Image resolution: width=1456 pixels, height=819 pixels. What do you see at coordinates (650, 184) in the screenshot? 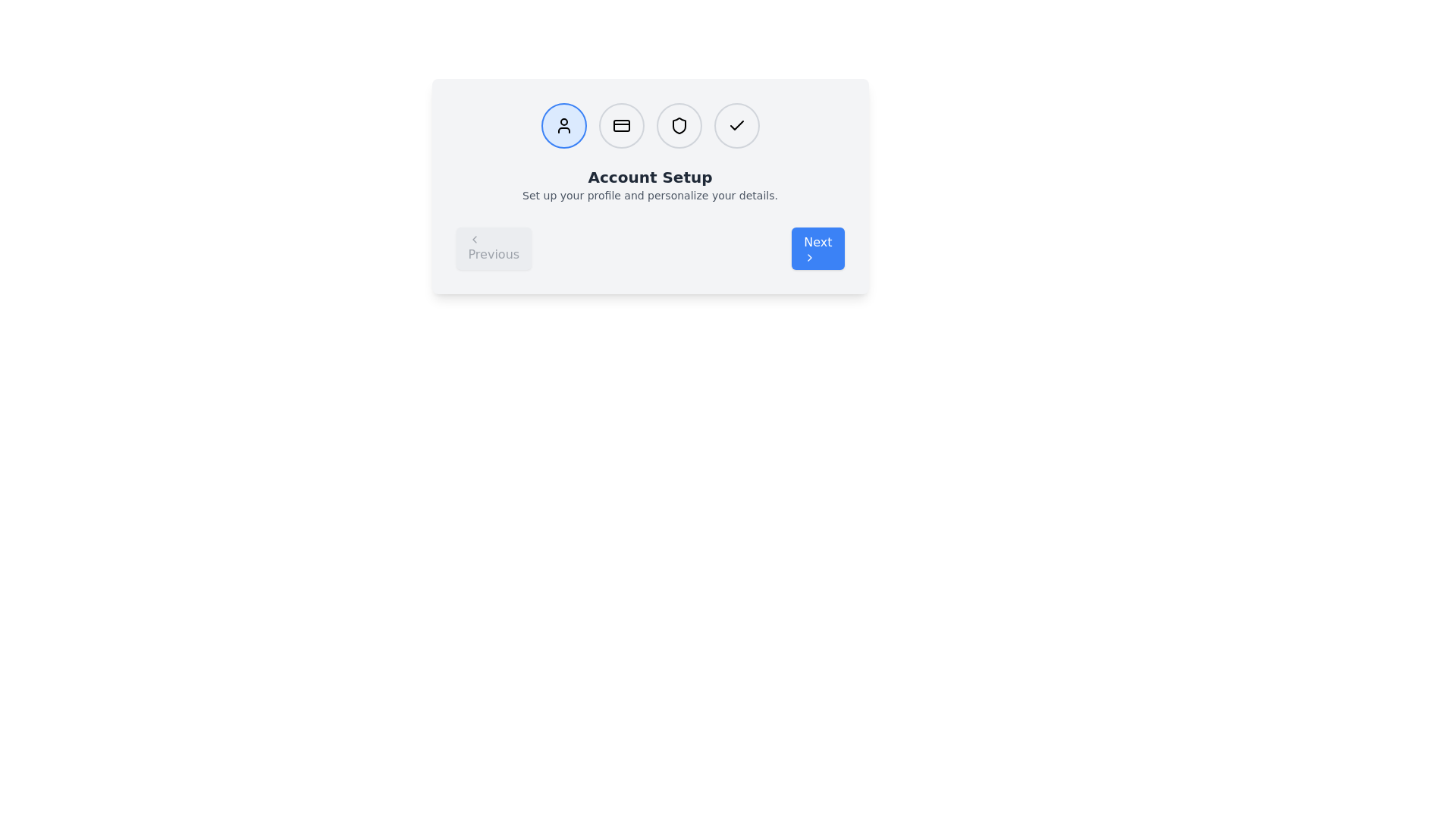
I see `the title and description block that introduces users to the 'Account Setup' step, located centrally below the circular icons and above the 'Previous' and 'Next' buttons` at bounding box center [650, 184].